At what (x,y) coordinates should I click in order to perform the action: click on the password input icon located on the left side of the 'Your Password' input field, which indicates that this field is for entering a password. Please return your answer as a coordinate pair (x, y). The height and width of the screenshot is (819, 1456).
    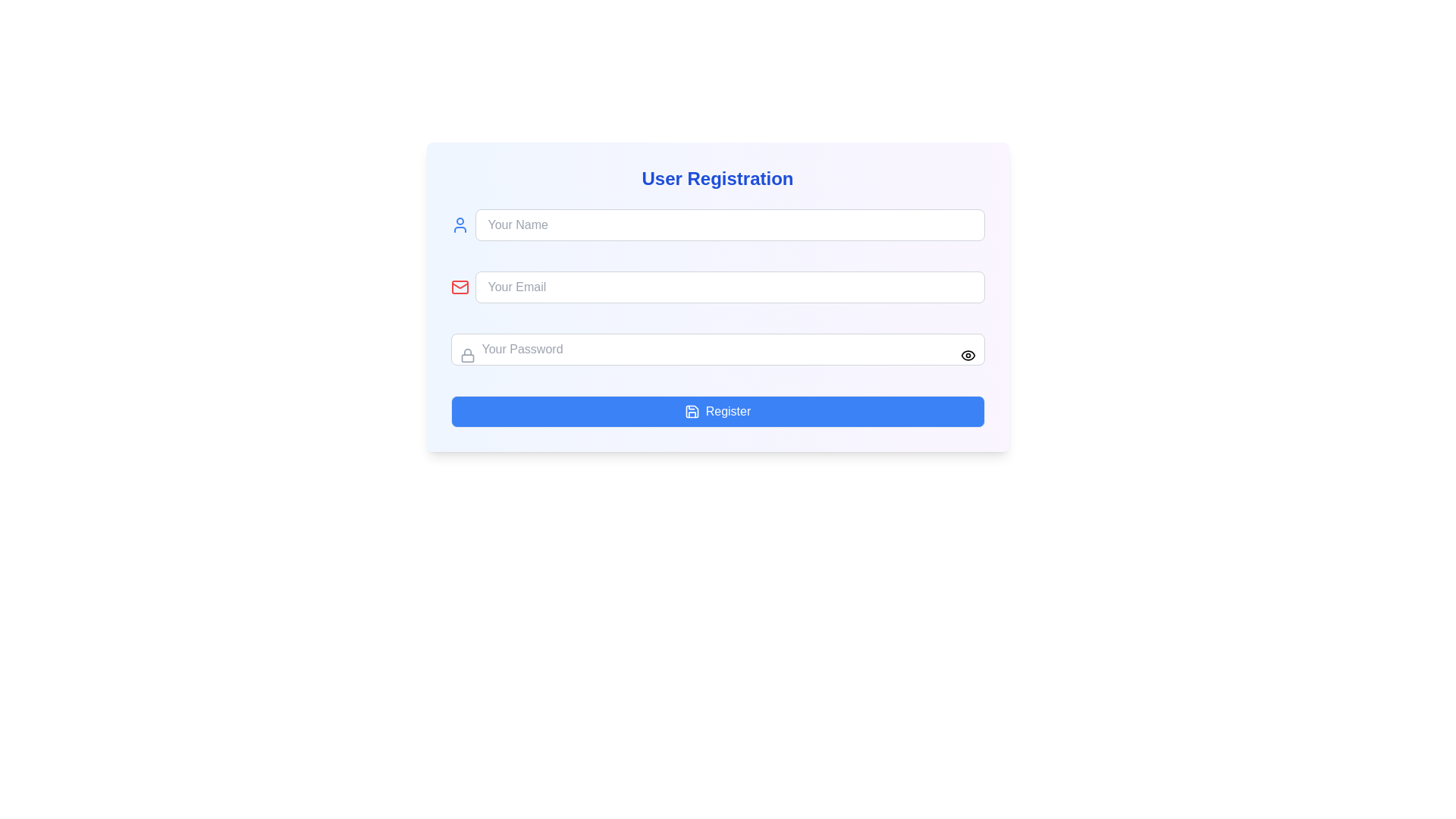
    Looking at the image, I should click on (466, 356).